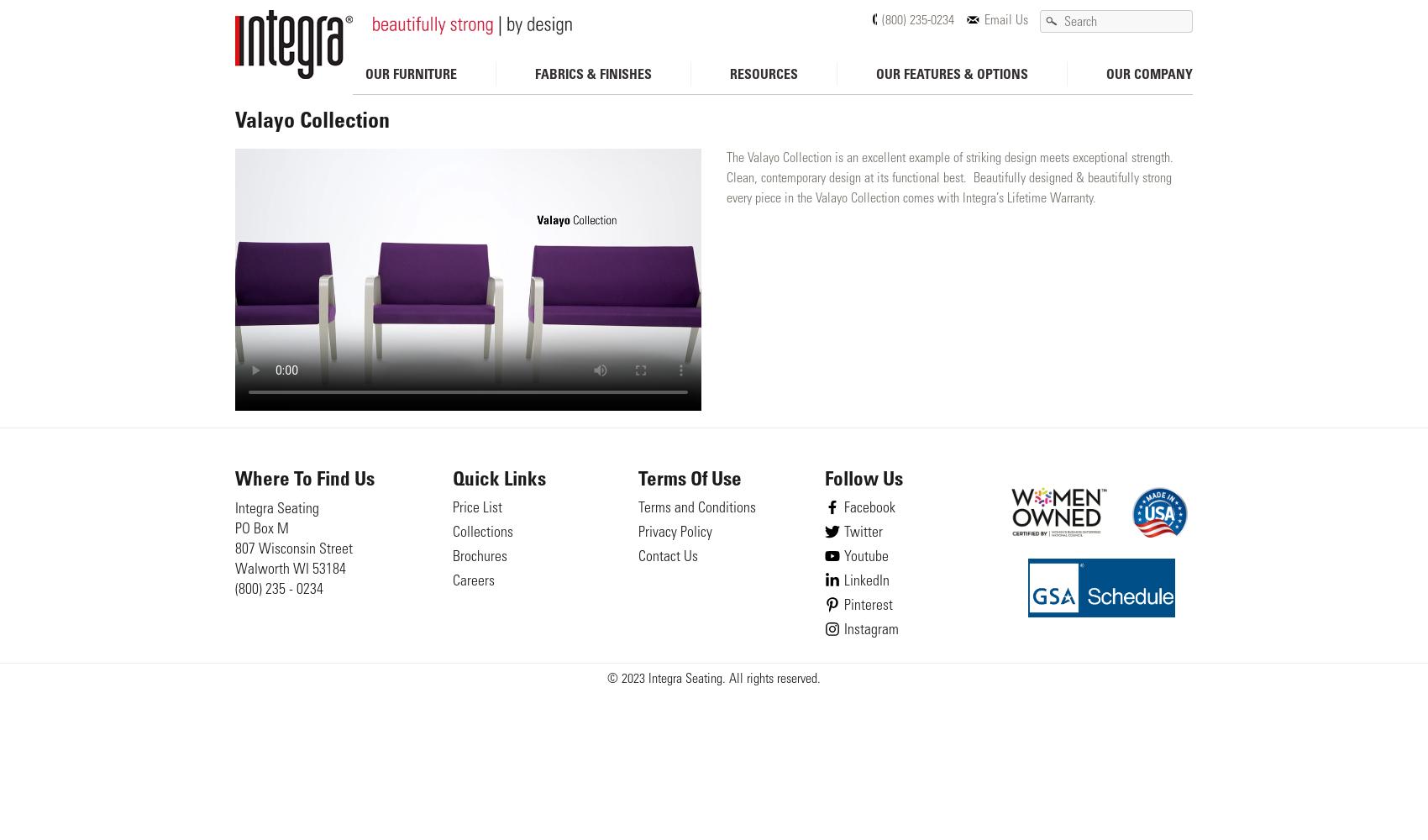 Image resolution: width=1428 pixels, height=840 pixels. Describe the element at coordinates (726, 177) in the screenshot. I see `'The Valayo Collection is an excellent example of striking design meets exceptional strength.  Clean, contemporary design at its functional best.  Beautifully designed & beautifully strong every piece in the Valayo Collection comes with Integra’s Lifetime Warranty.'` at that location.